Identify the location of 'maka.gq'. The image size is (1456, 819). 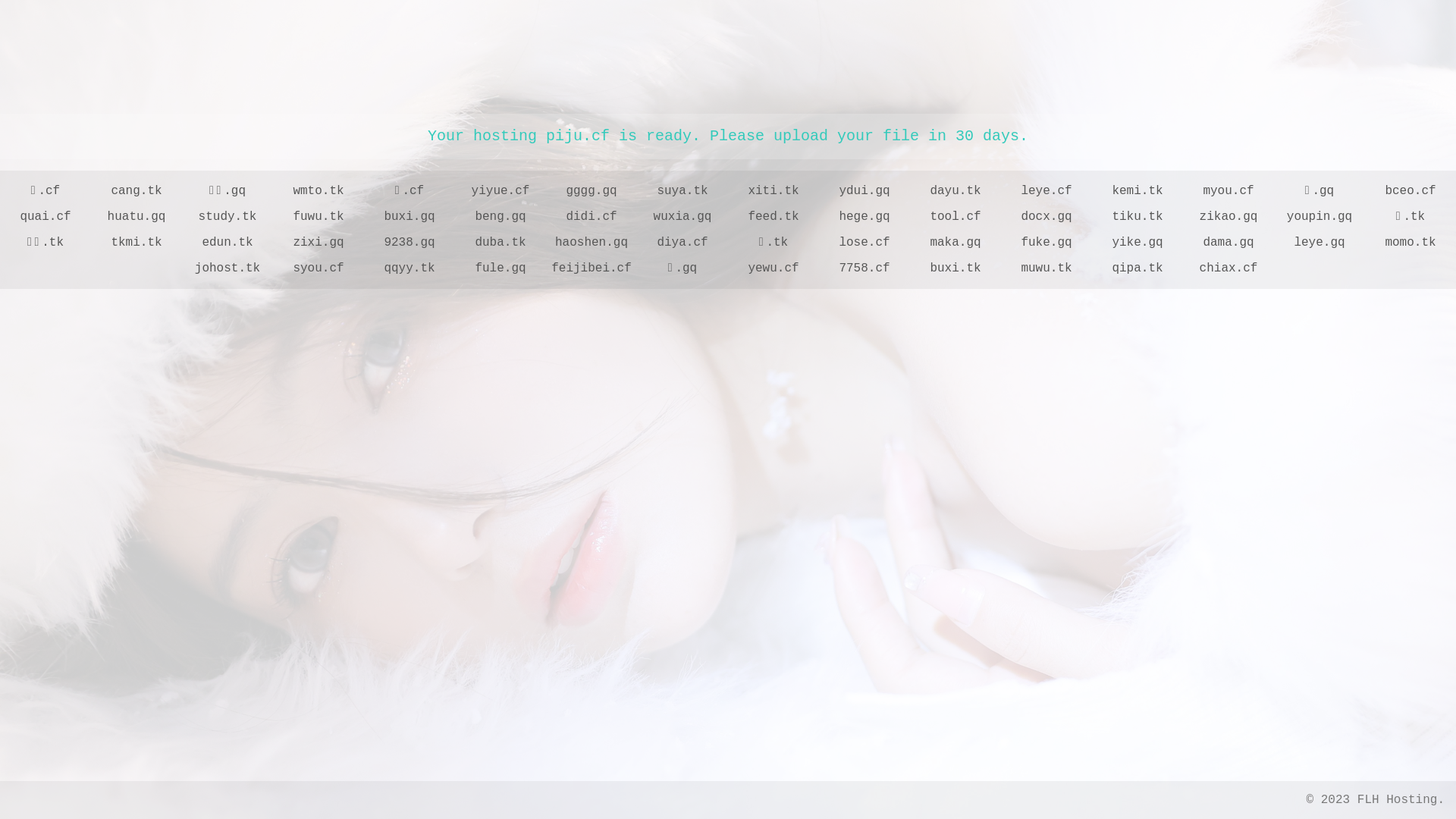
(910, 242).